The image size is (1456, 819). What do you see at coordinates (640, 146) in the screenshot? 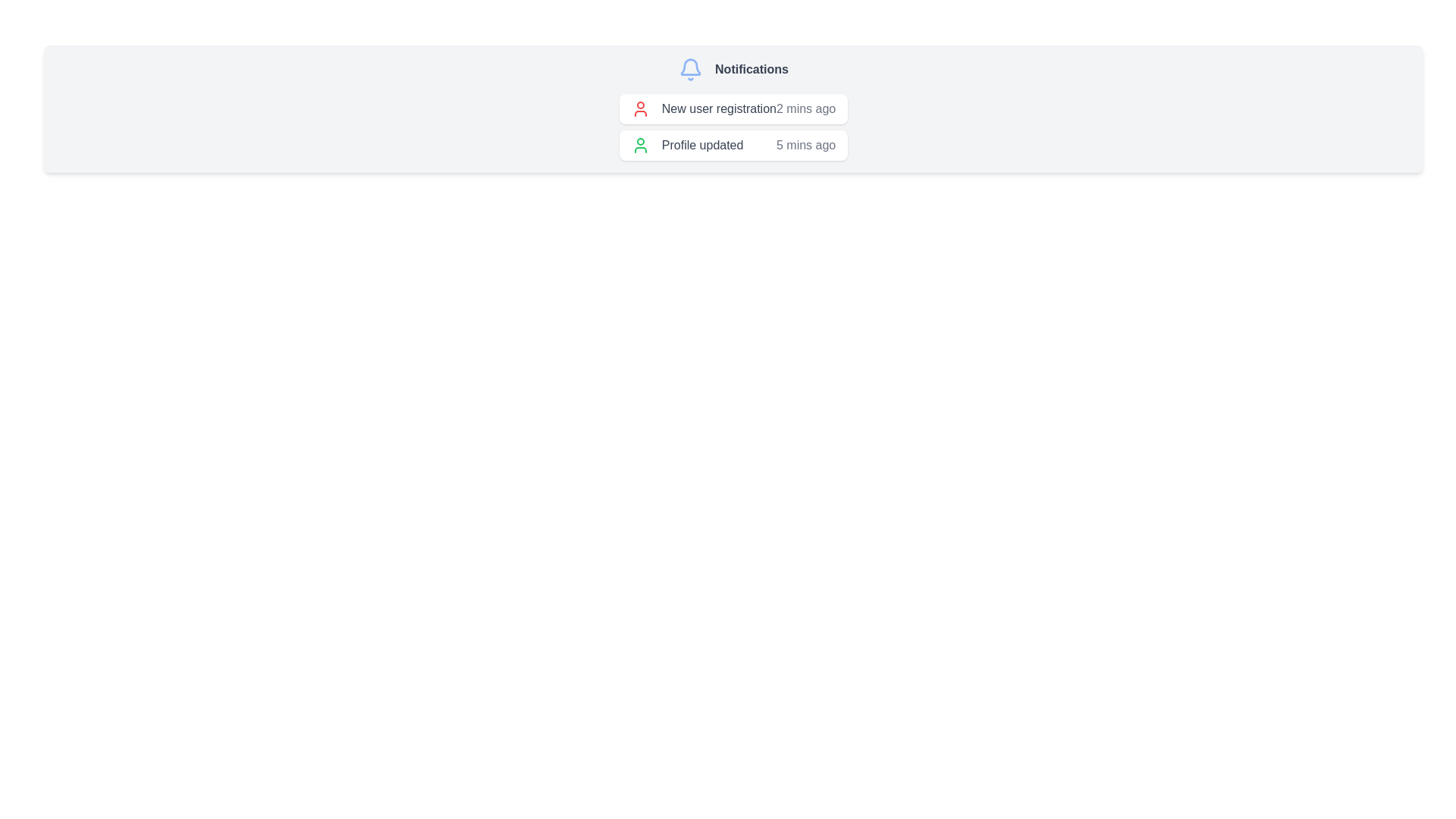
I see `the user icon with a green outline located on the left side of the notification box labeled 'Profile updated 5 mins ago'` at bounding box center [640, 146].